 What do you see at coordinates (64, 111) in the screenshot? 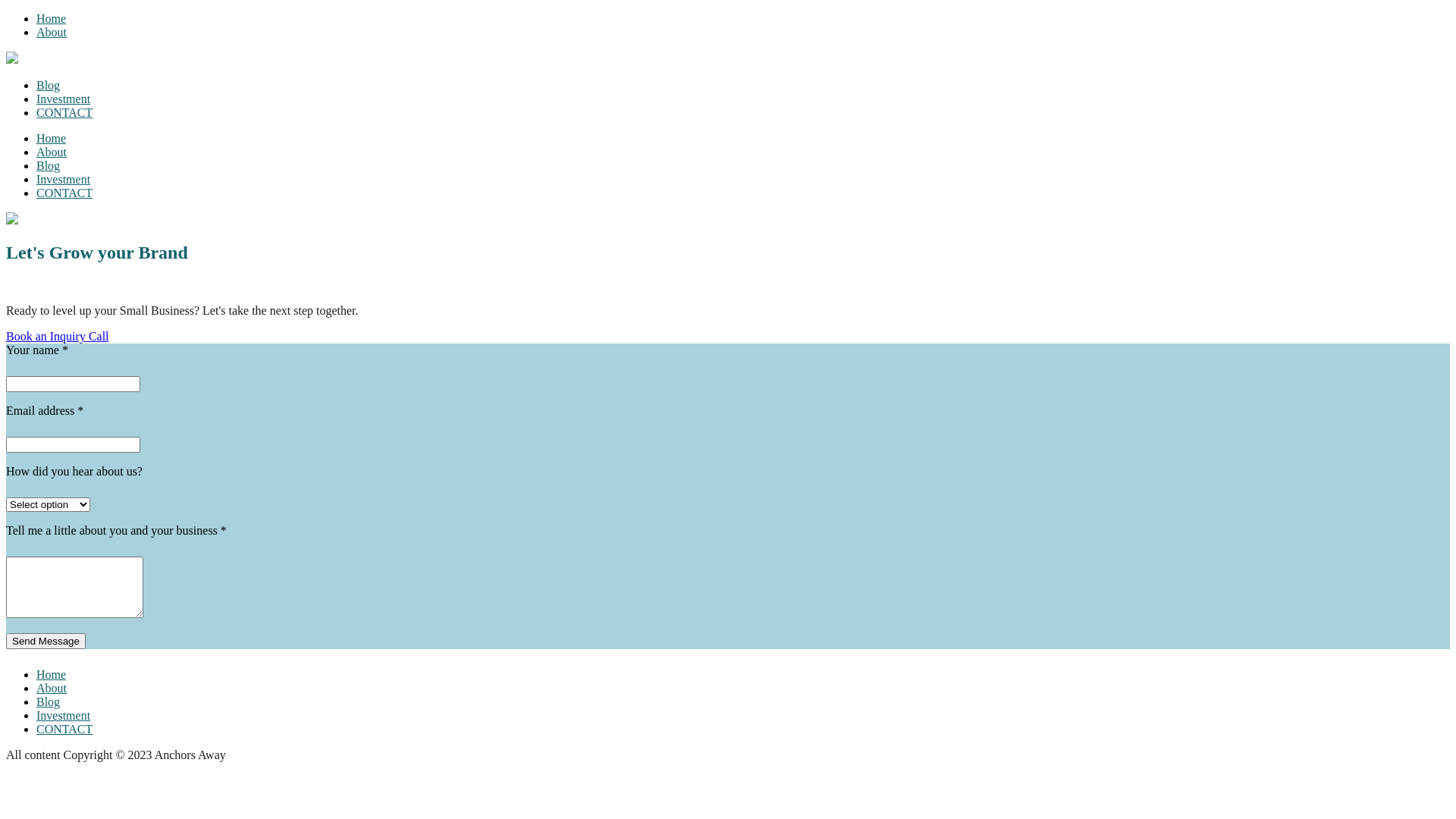
I see `'CONTACT'` at bounding box center [64, 111].